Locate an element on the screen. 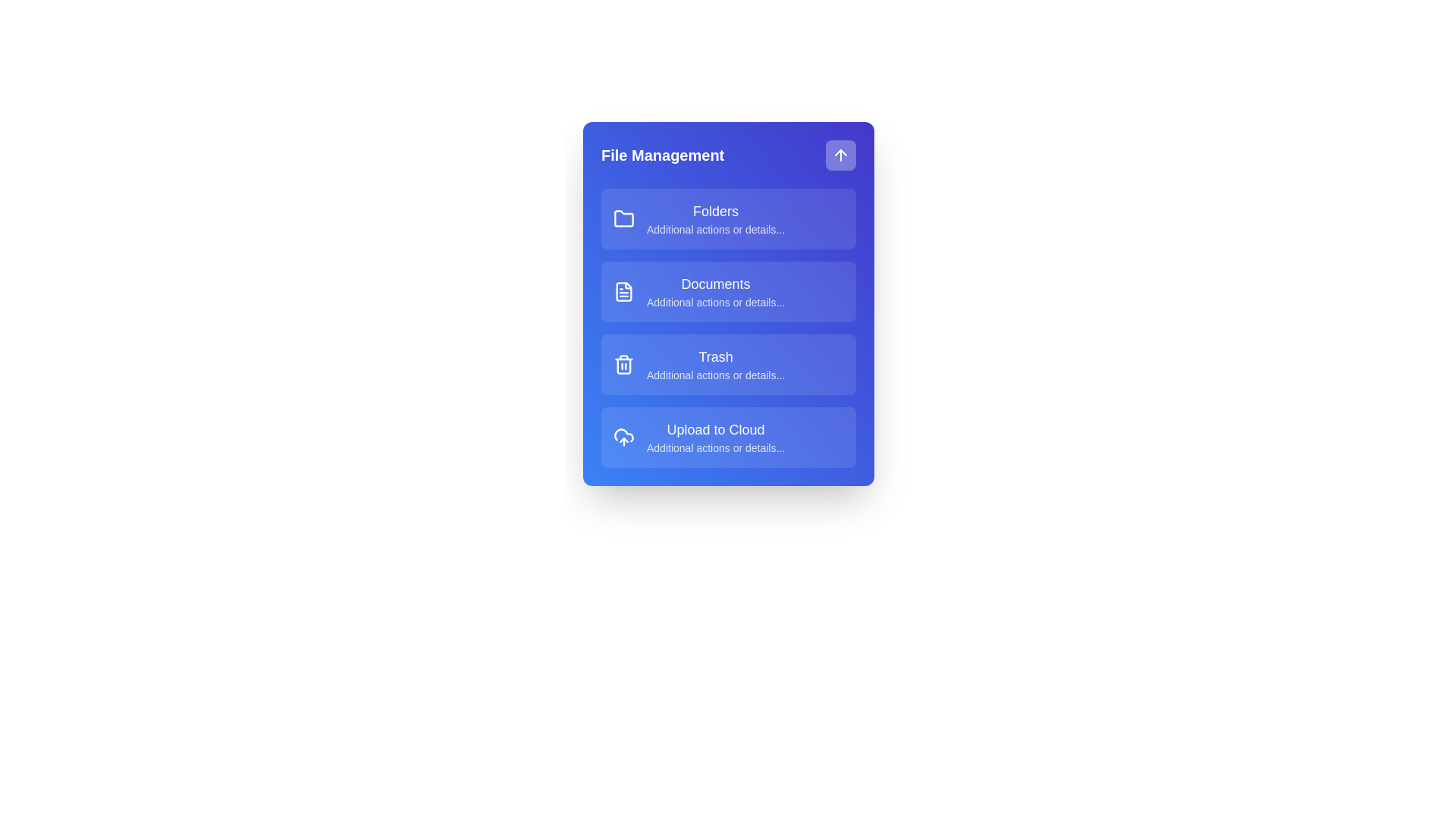 The image size is (1456, 819). the menu item Trash by clicking on it is located at coordinates (728, 365).